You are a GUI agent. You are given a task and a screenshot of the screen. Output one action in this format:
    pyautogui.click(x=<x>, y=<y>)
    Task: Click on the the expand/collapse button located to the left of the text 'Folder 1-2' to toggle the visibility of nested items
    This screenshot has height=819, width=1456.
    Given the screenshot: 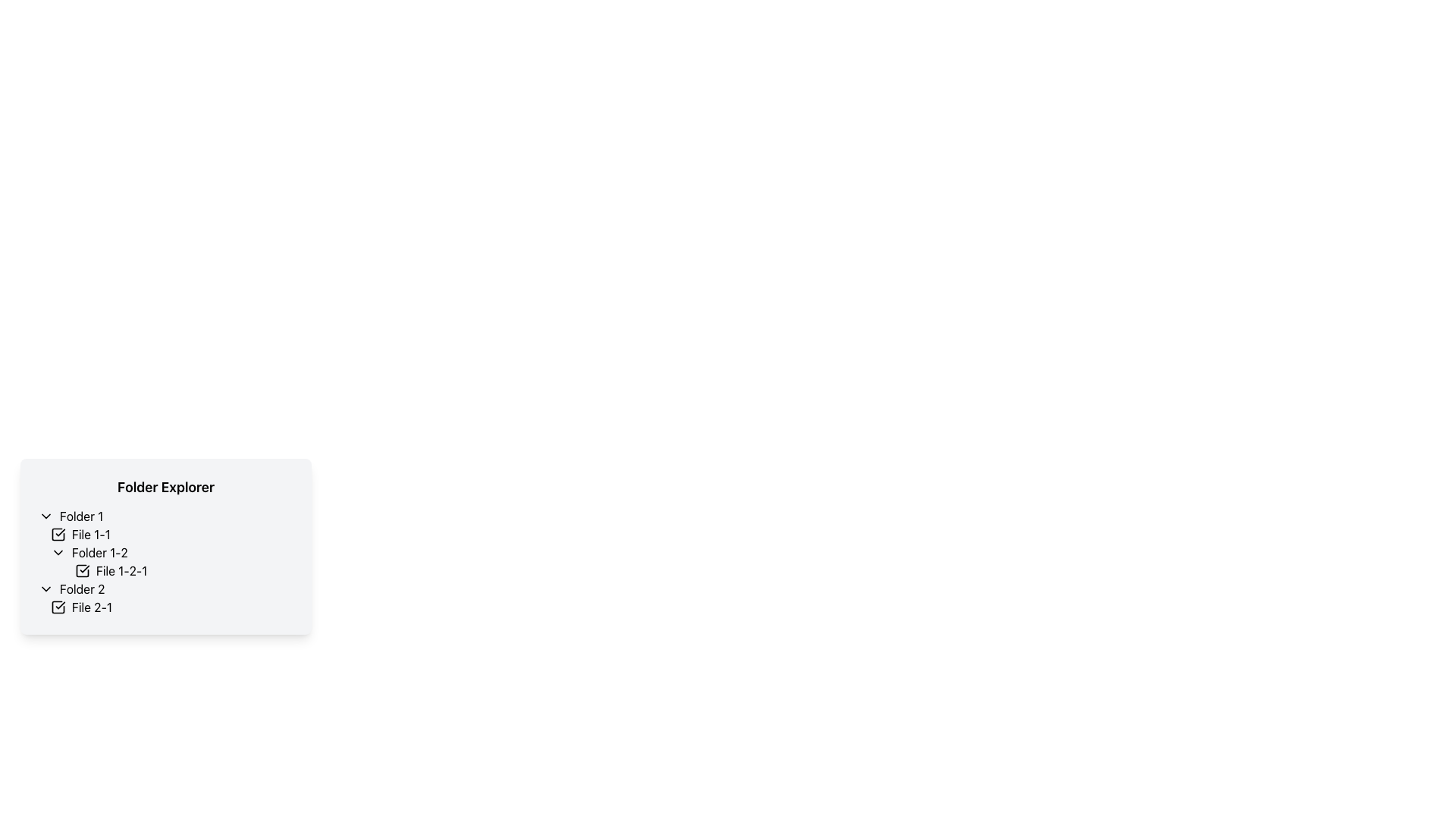 What is the action you would take?
    pyautogui.click(x=58, y=553)
    